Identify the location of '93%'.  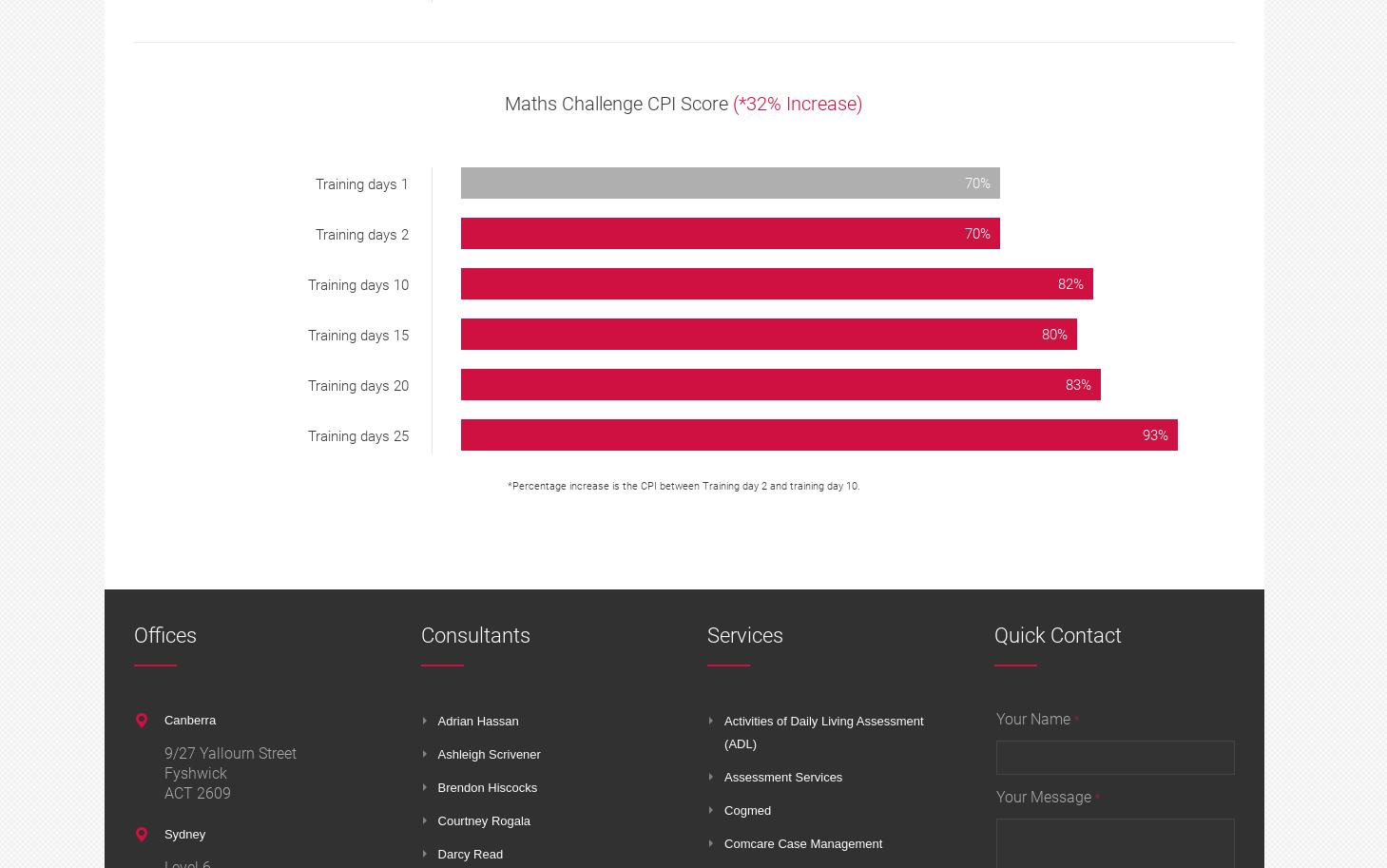
(1153, 434).